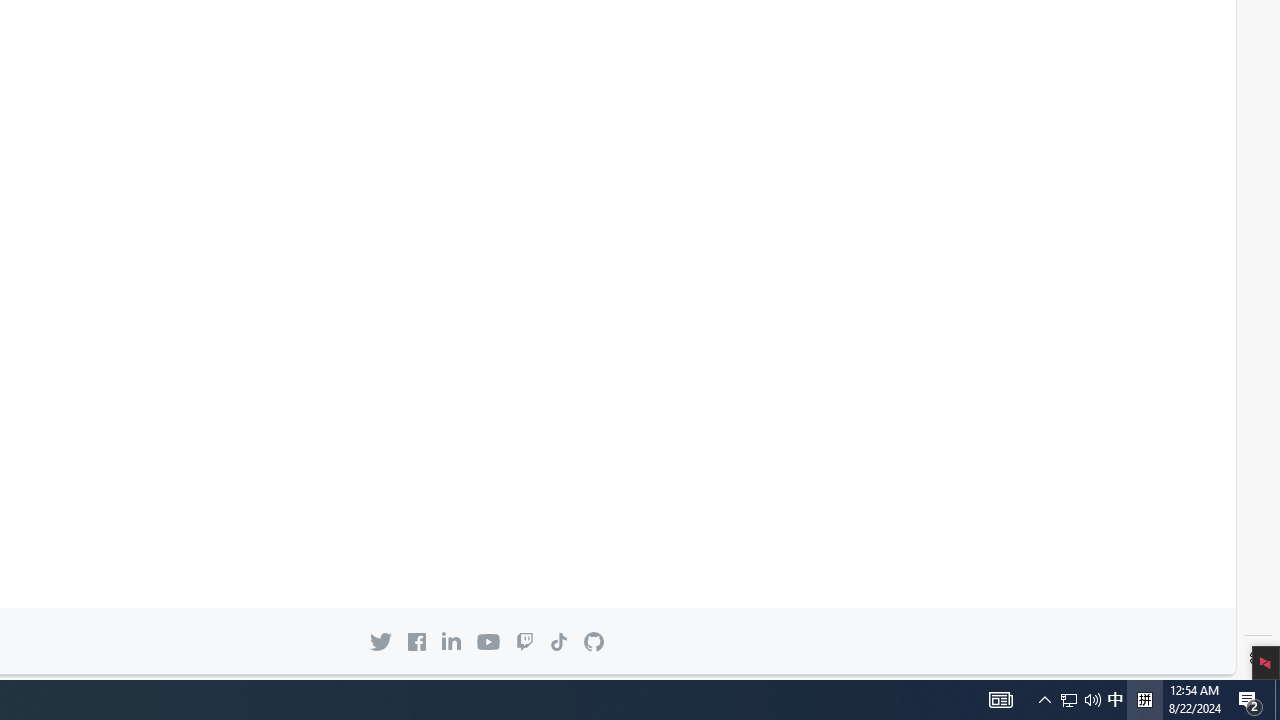 This screenshot has width=1280, height=720. Describe the element at coordinates (450, 641) in the screenshot. I see `'Linkedin icon'` at that location.